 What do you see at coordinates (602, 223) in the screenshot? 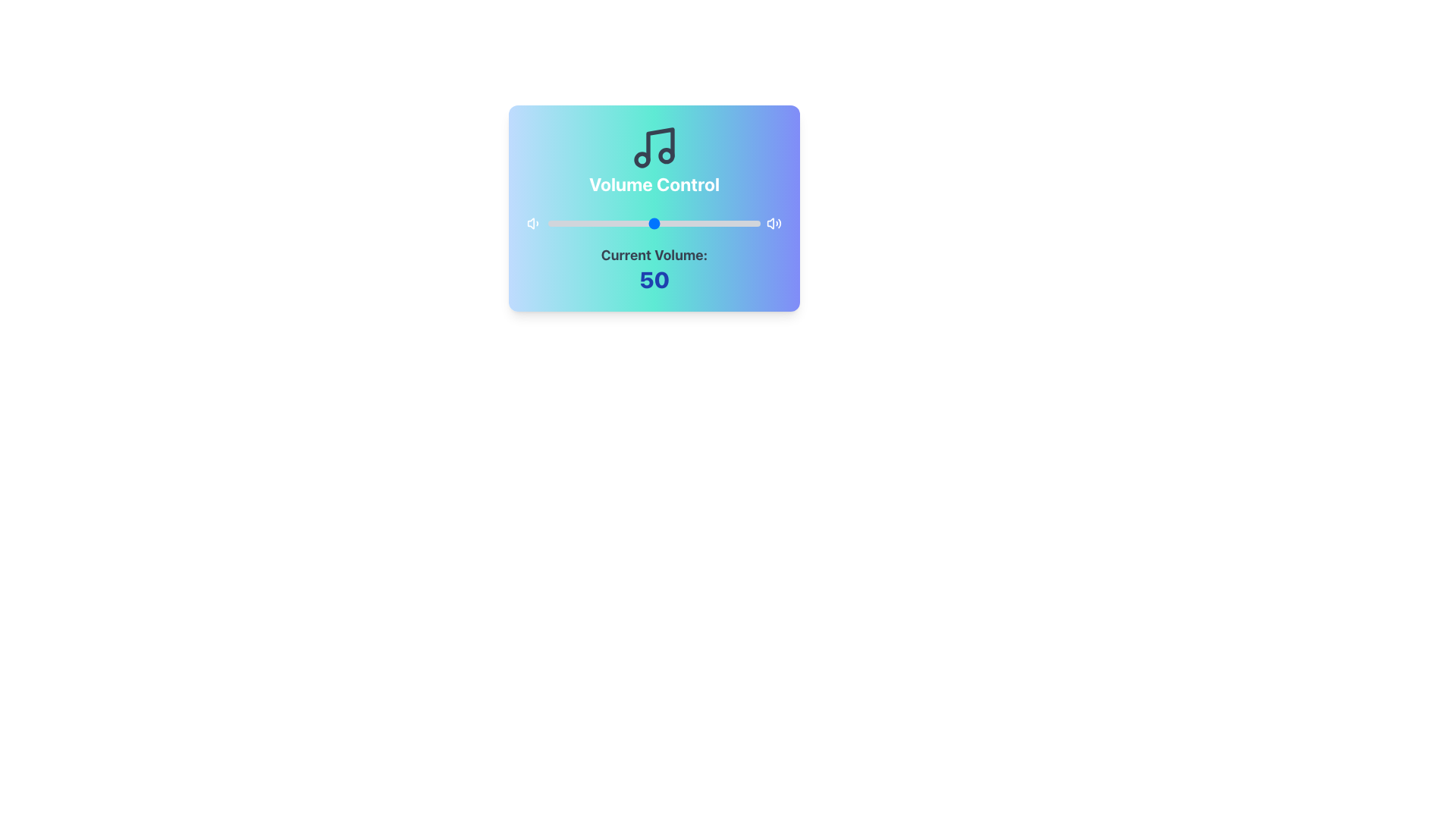
I see `the volume` at bounding box center [602, 223].